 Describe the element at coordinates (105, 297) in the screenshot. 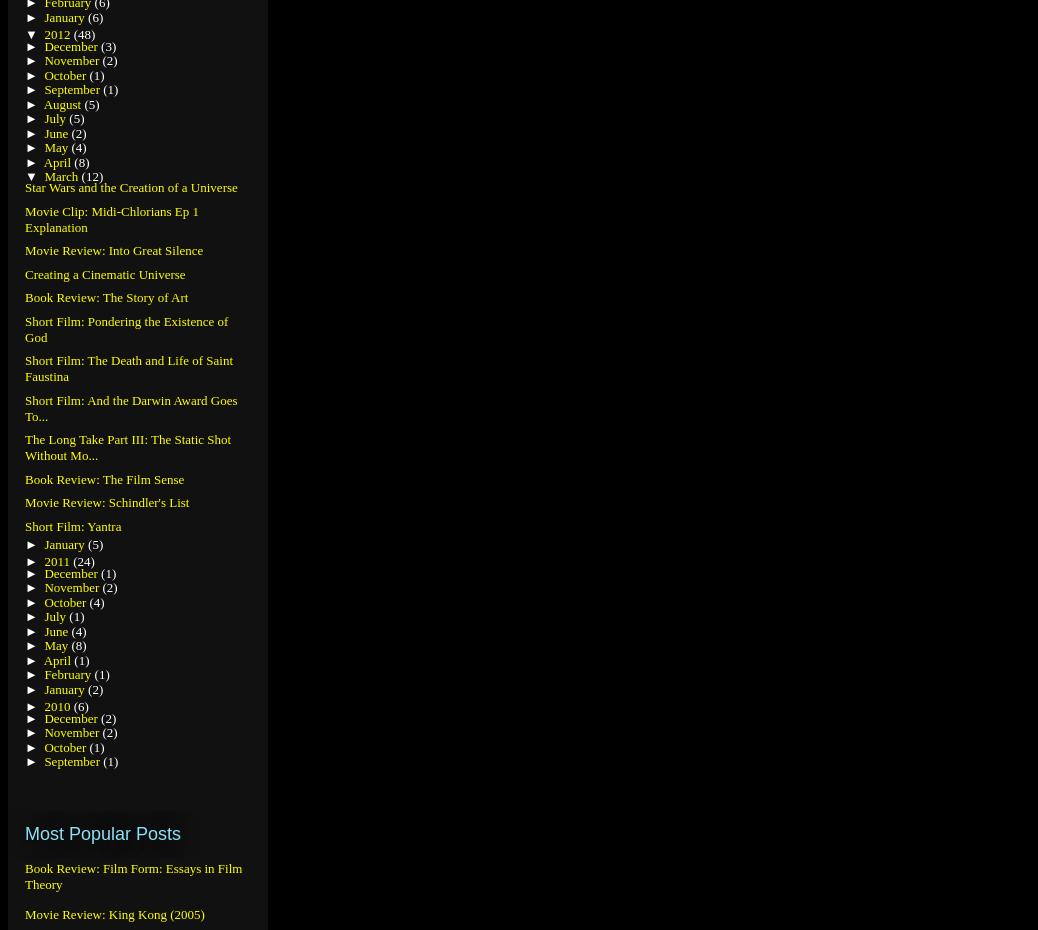

I see `'Book Review: The Story of Art'` at that location.